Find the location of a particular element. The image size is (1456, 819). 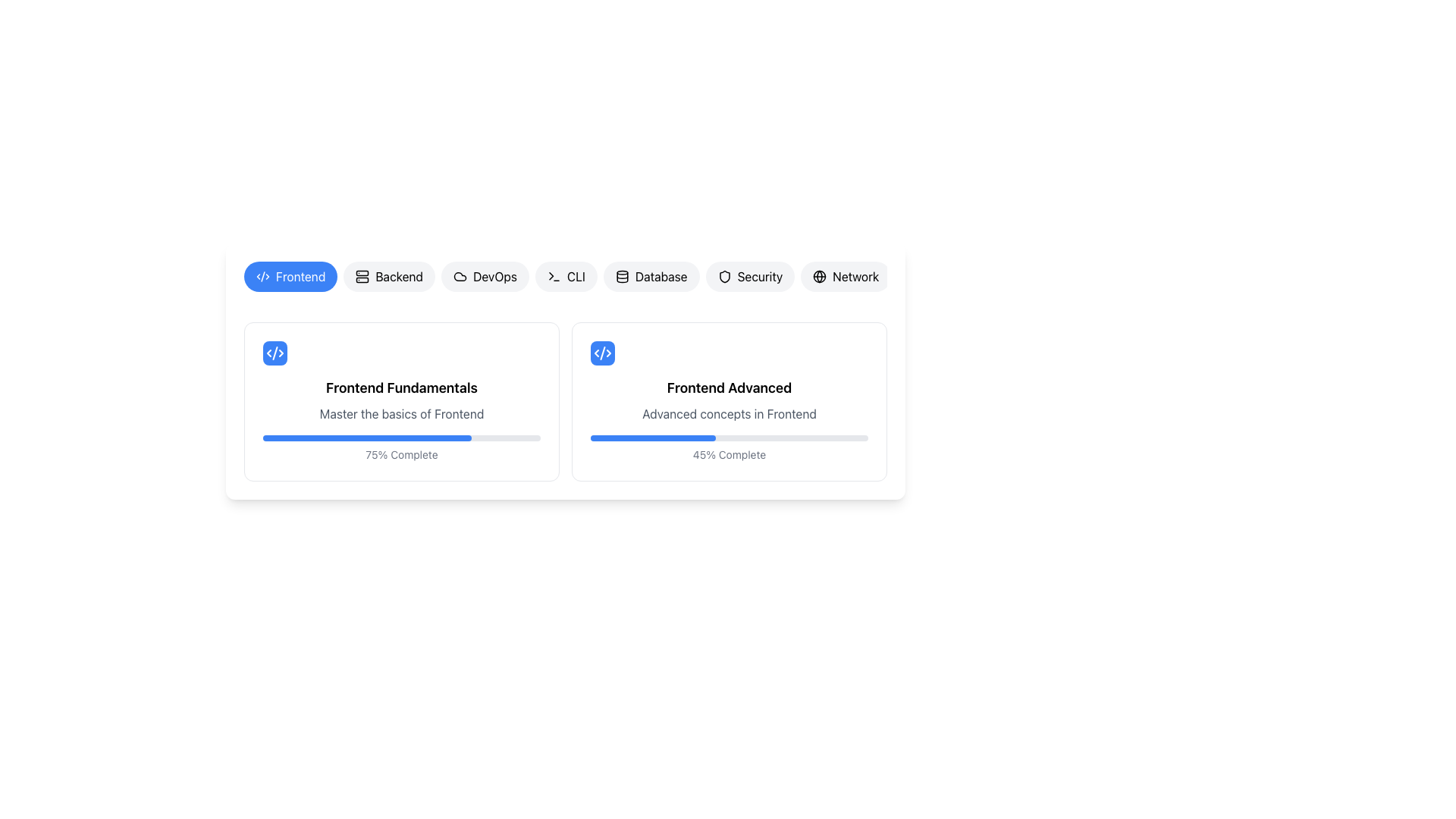

the progress bar located at the bottom section of the 'Frontend Advanced' card, which indicates that 45% of the associated course is complete is located at coordinates (729, 438).